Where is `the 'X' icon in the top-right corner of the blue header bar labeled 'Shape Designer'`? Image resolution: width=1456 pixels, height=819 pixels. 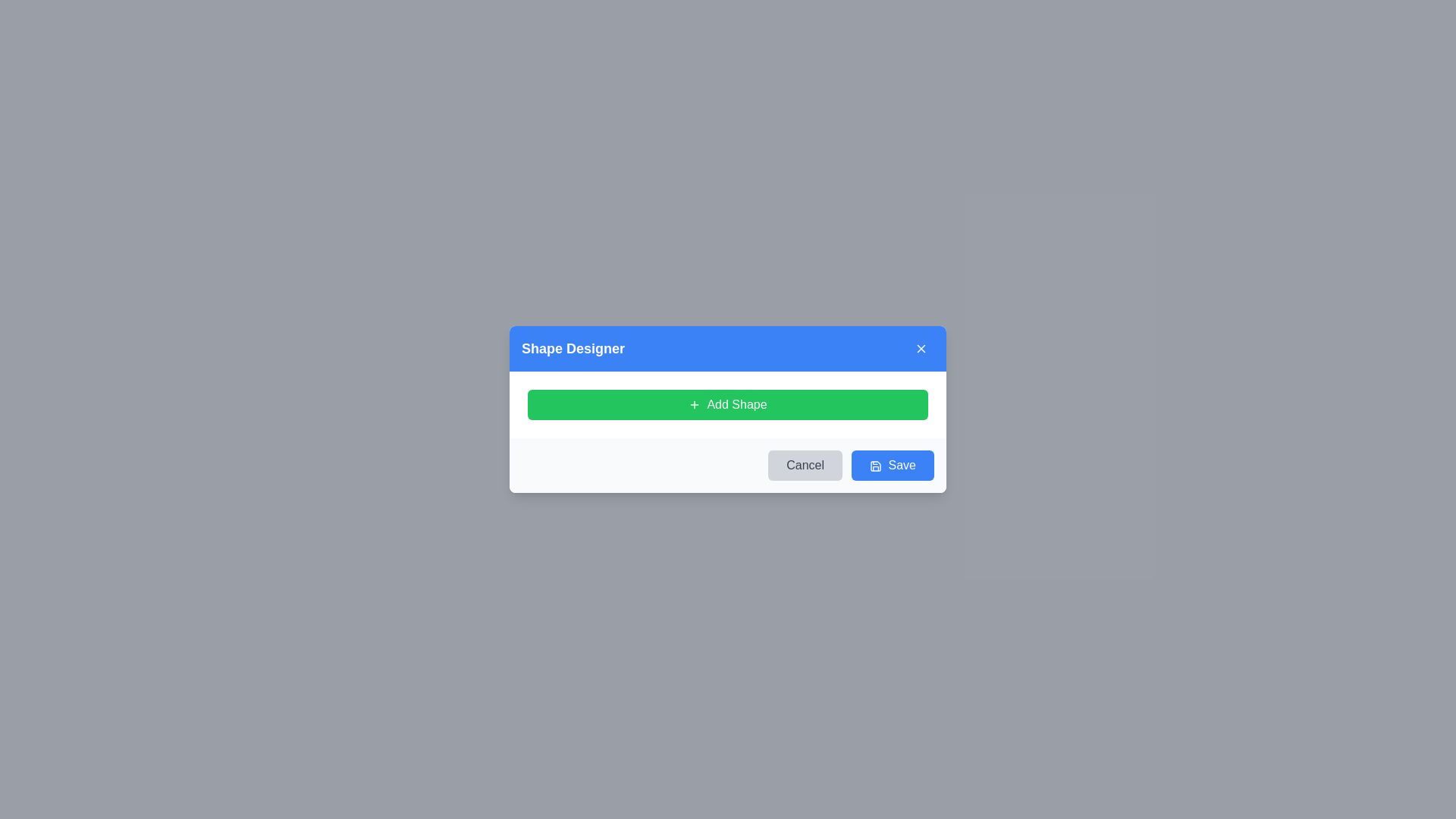 the 'X' icon in the top-right corner of the blue header bar labeled 'Shape Designer' is located at coordinates (920, 348).